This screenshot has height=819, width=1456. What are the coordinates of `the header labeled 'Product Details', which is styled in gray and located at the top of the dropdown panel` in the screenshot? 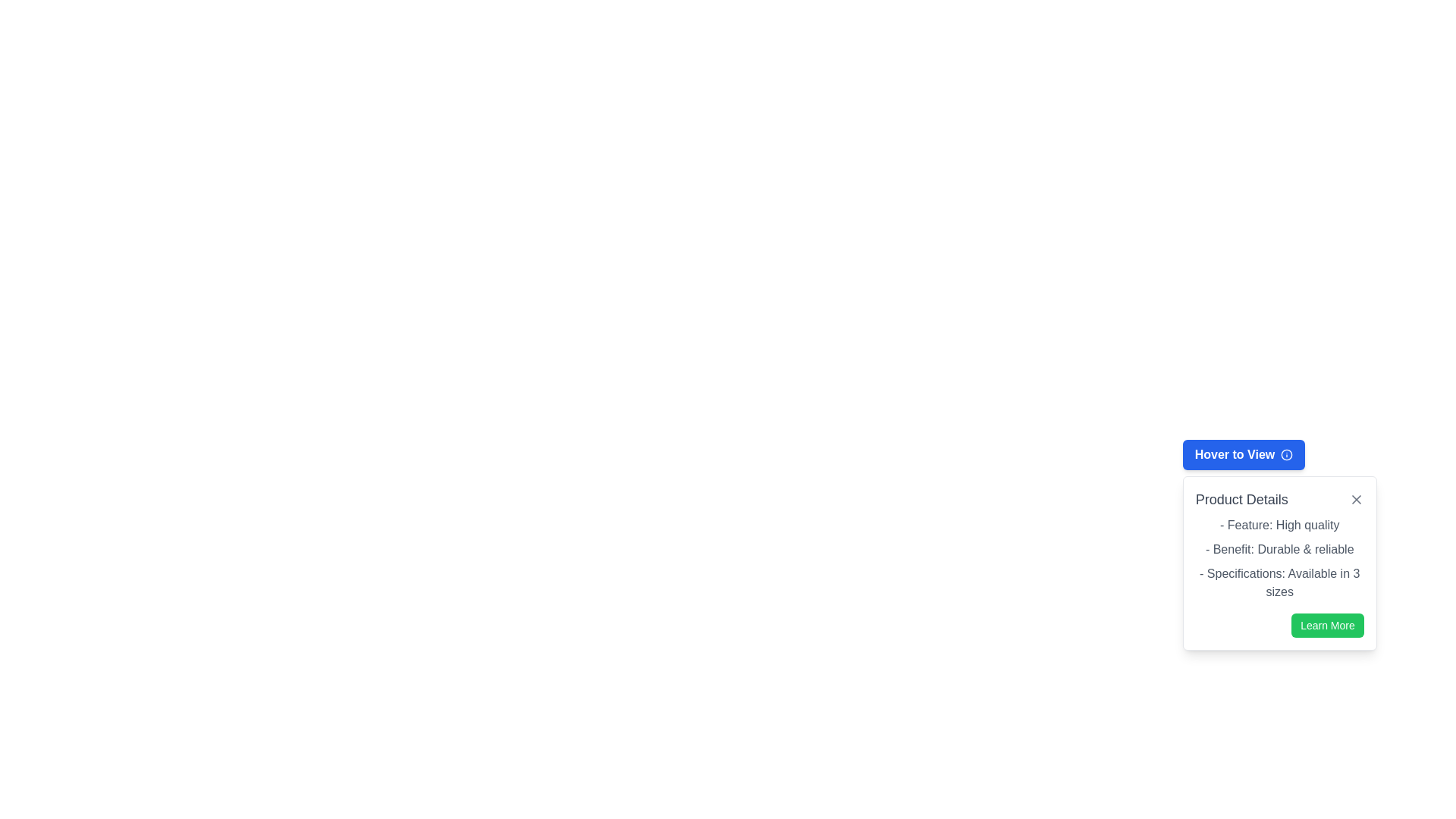 It's located at (1279, 500).